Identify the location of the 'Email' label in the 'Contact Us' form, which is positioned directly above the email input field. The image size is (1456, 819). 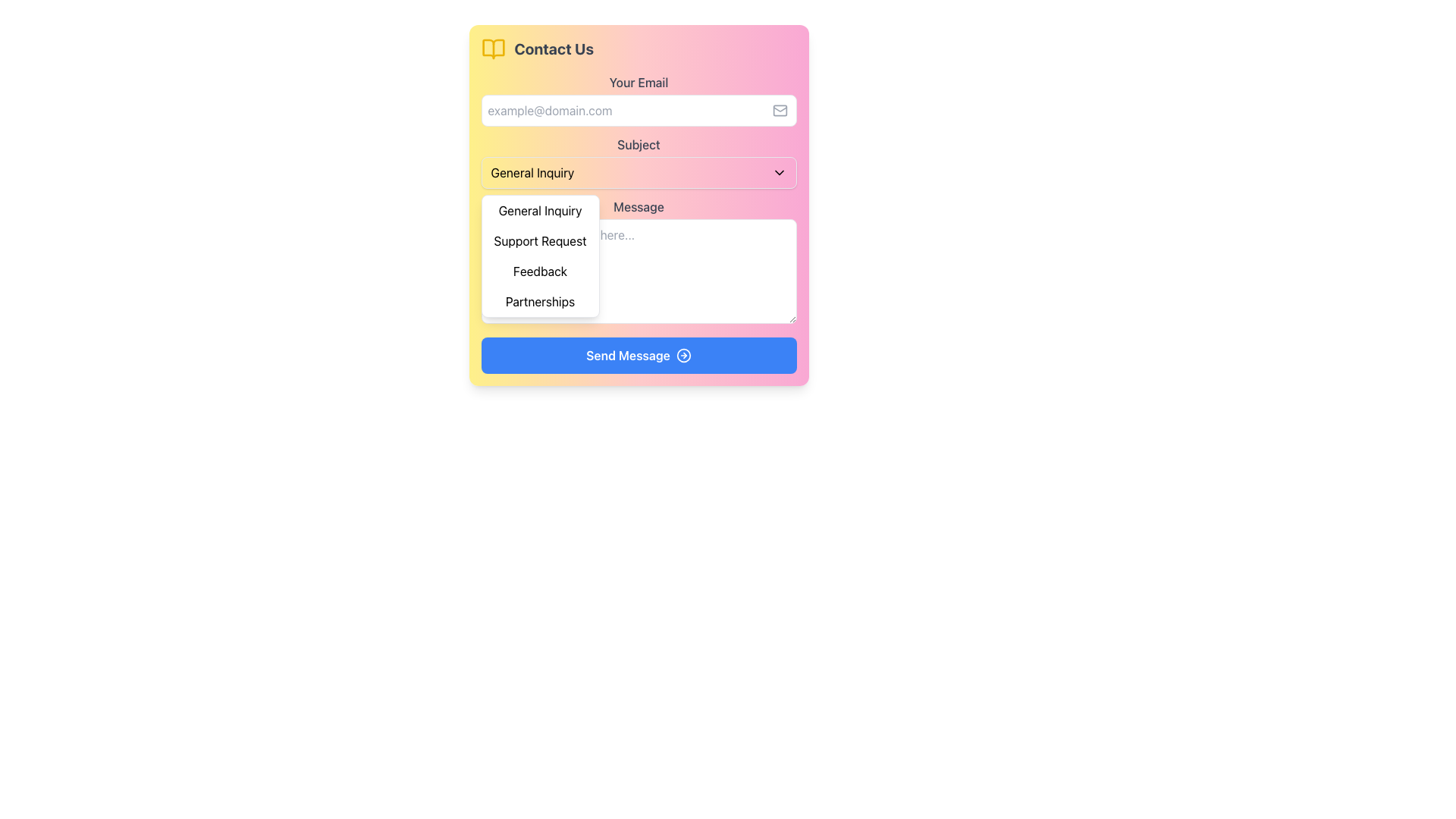
(639, 99).